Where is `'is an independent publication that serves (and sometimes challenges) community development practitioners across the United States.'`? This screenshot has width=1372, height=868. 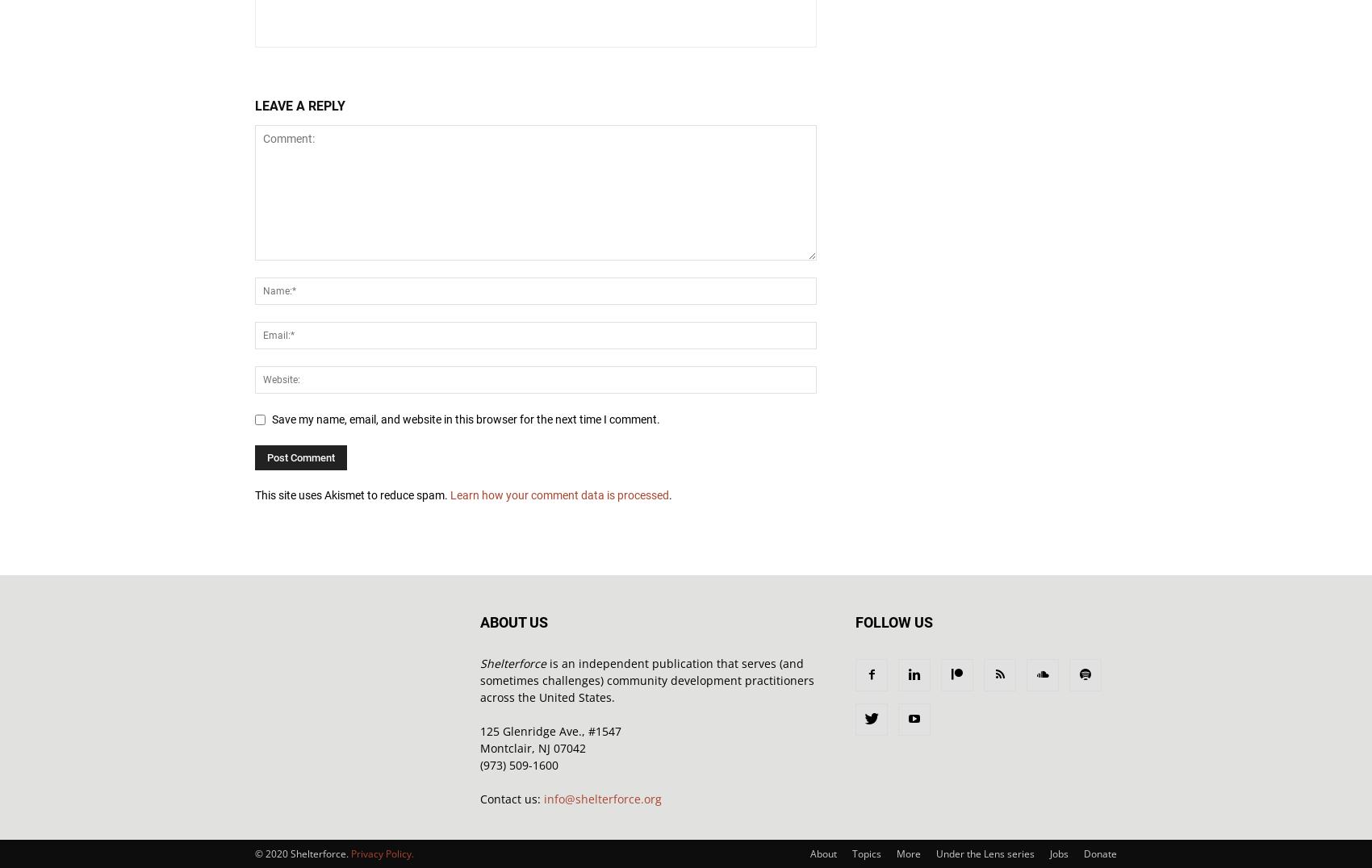 'is an independent publication that serves (and sometimes challenges) community development practitioners across the United States.' is located at coordinates (646, 679).